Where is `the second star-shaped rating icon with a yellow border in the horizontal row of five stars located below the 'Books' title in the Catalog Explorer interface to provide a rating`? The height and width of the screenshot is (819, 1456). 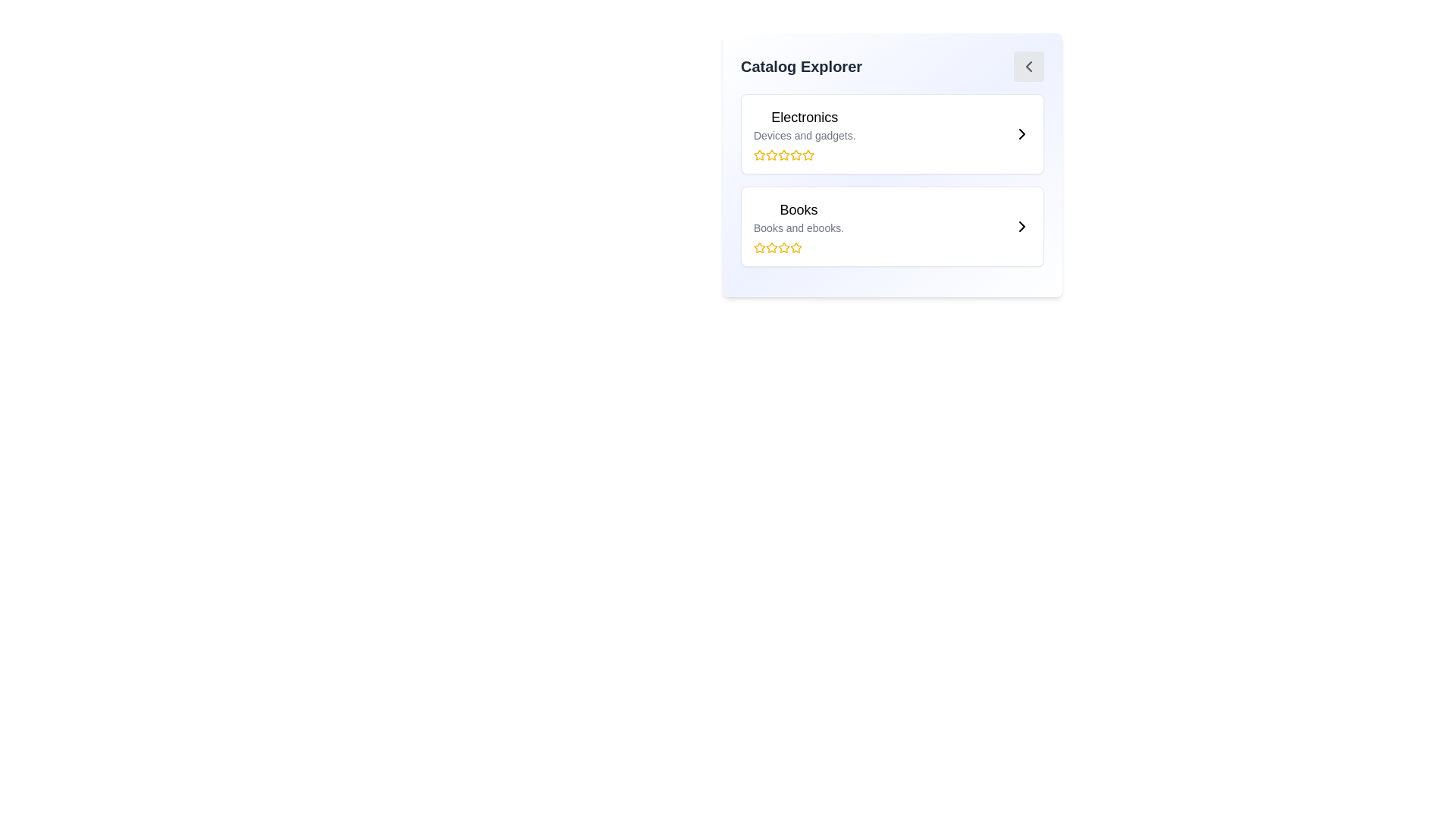
the second star-shaped rating icon with a yellow border in the horizontal row of five stars located below the 'Books' title in the Catalog Explorer interface to provide a rating is located at coordinates (771, 246).